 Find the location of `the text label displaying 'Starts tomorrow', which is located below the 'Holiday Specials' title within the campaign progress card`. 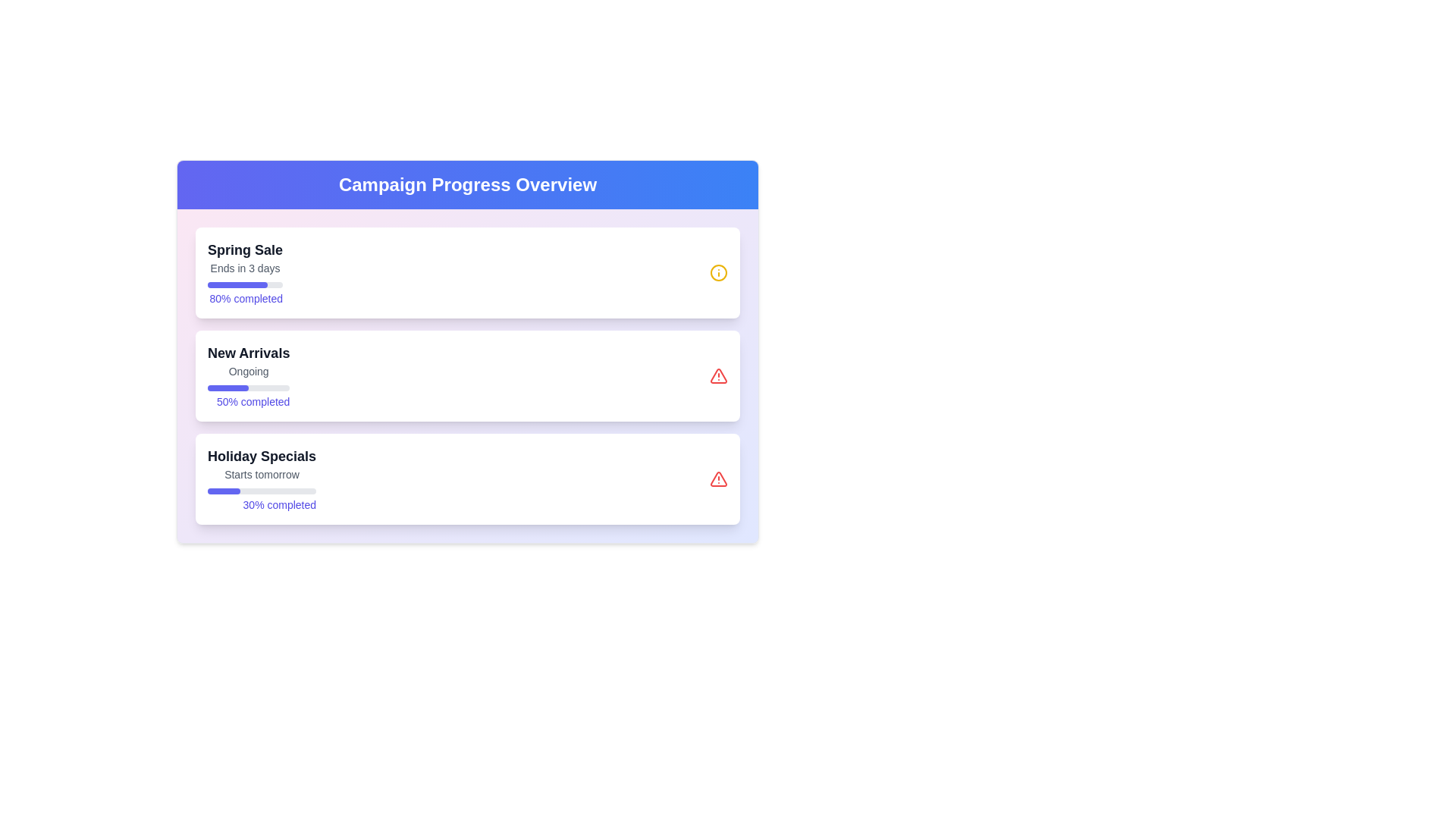

the text label displaying 'Starts tomorrow', which is located below the 'Holiday Specials' title within the campaign progress card is located at coordinates (262, 473).